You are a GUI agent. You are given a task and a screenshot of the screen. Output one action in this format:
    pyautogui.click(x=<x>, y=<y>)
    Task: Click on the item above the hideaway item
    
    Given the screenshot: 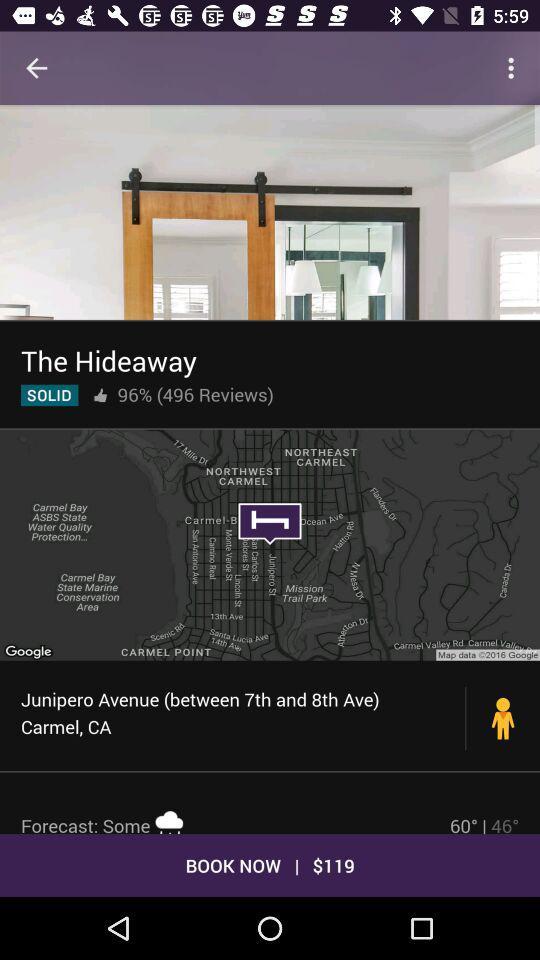 What is the action you would take?
    pyautogui.click(x=270, y=212)
    